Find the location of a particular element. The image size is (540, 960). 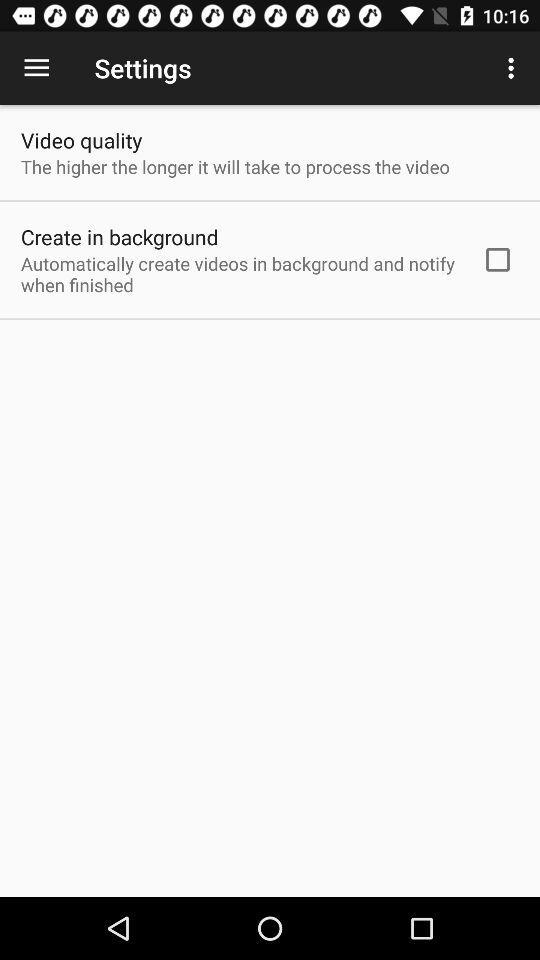

the item above the the higher the icon is located at coordinates (80, 139).